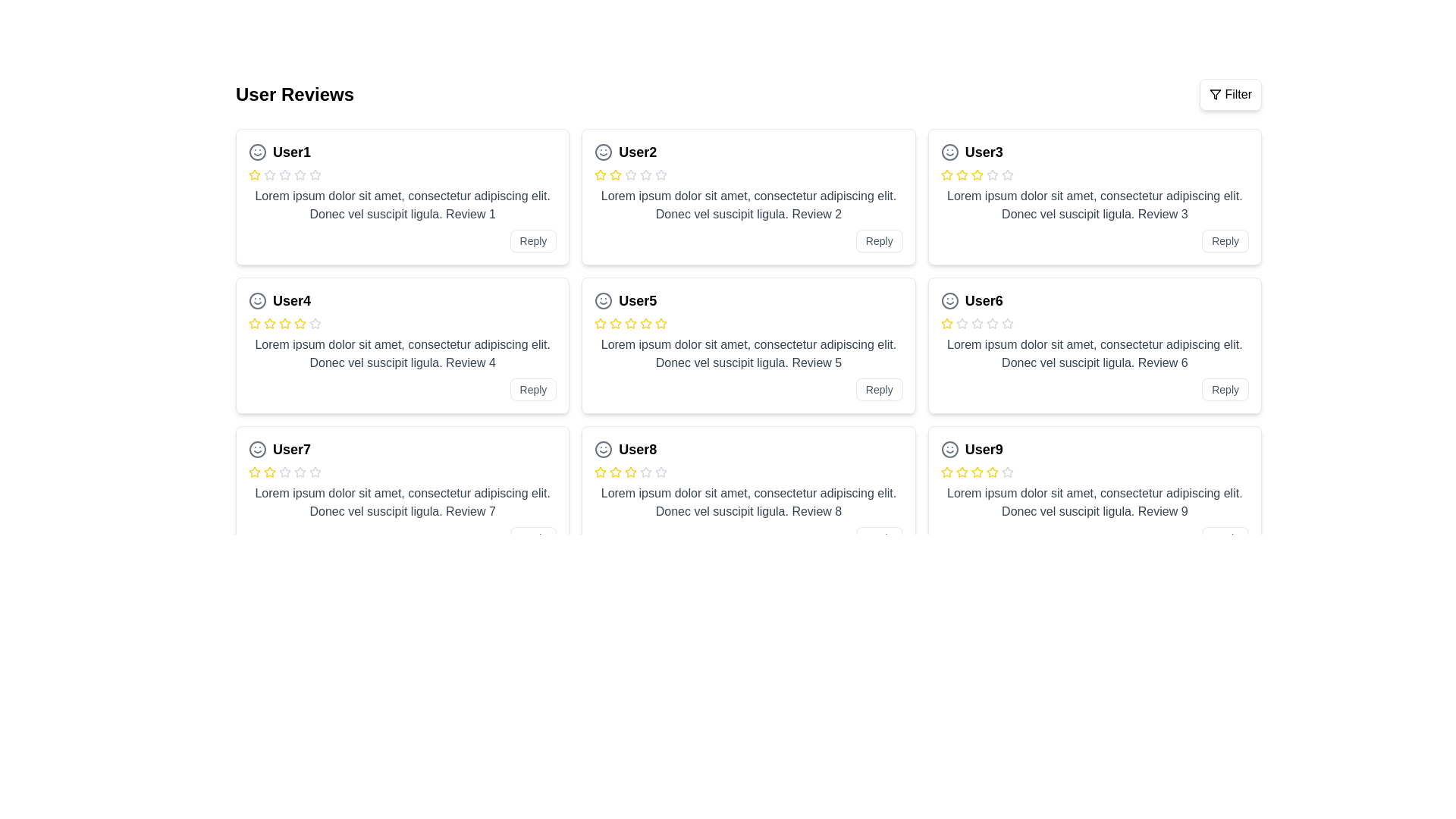  I want to click on the reply button located at the bottom-right corner of the User8 review card to initiate a reply action, so click(879, 537).